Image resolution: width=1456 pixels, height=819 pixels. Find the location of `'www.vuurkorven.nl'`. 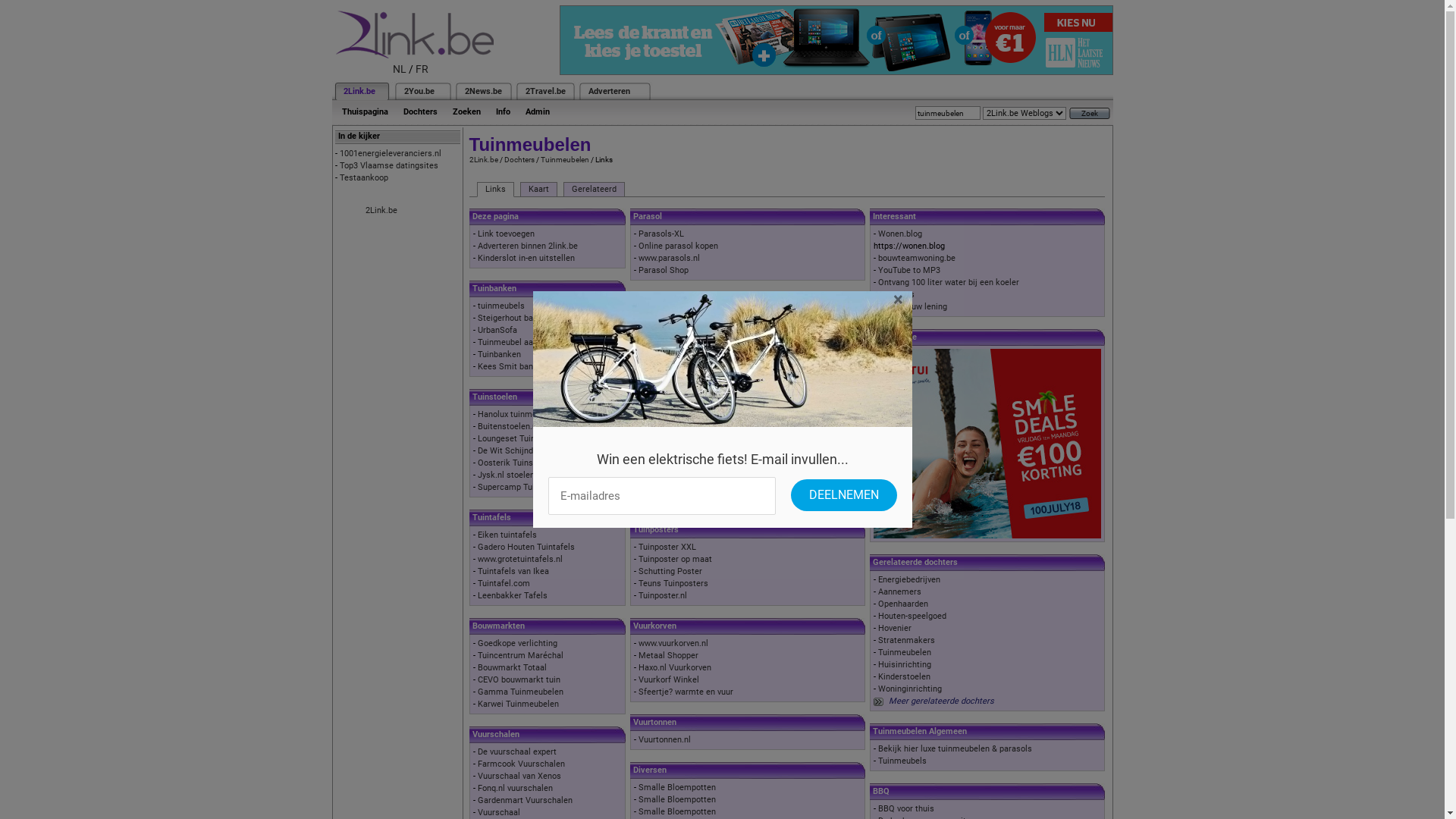

'www.vuurkorven.nl' is located at coordinates (673, 643).